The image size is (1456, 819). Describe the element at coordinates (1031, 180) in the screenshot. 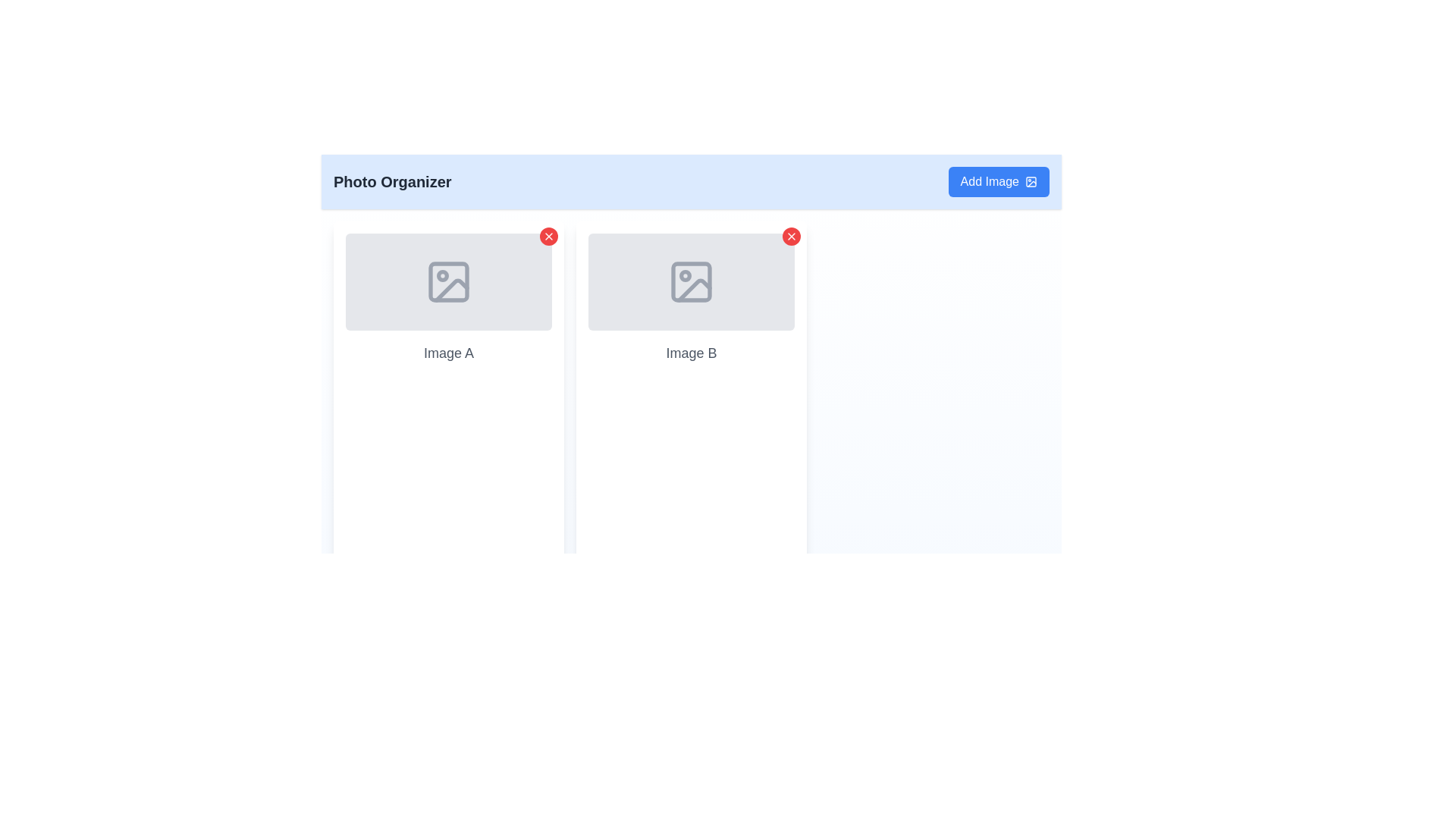

I see `the small rounded rectangle within the SVG graphic that signifies an image or gallery component, located to the right of the interface and adjacent to the 'Add Image' button` at that location.